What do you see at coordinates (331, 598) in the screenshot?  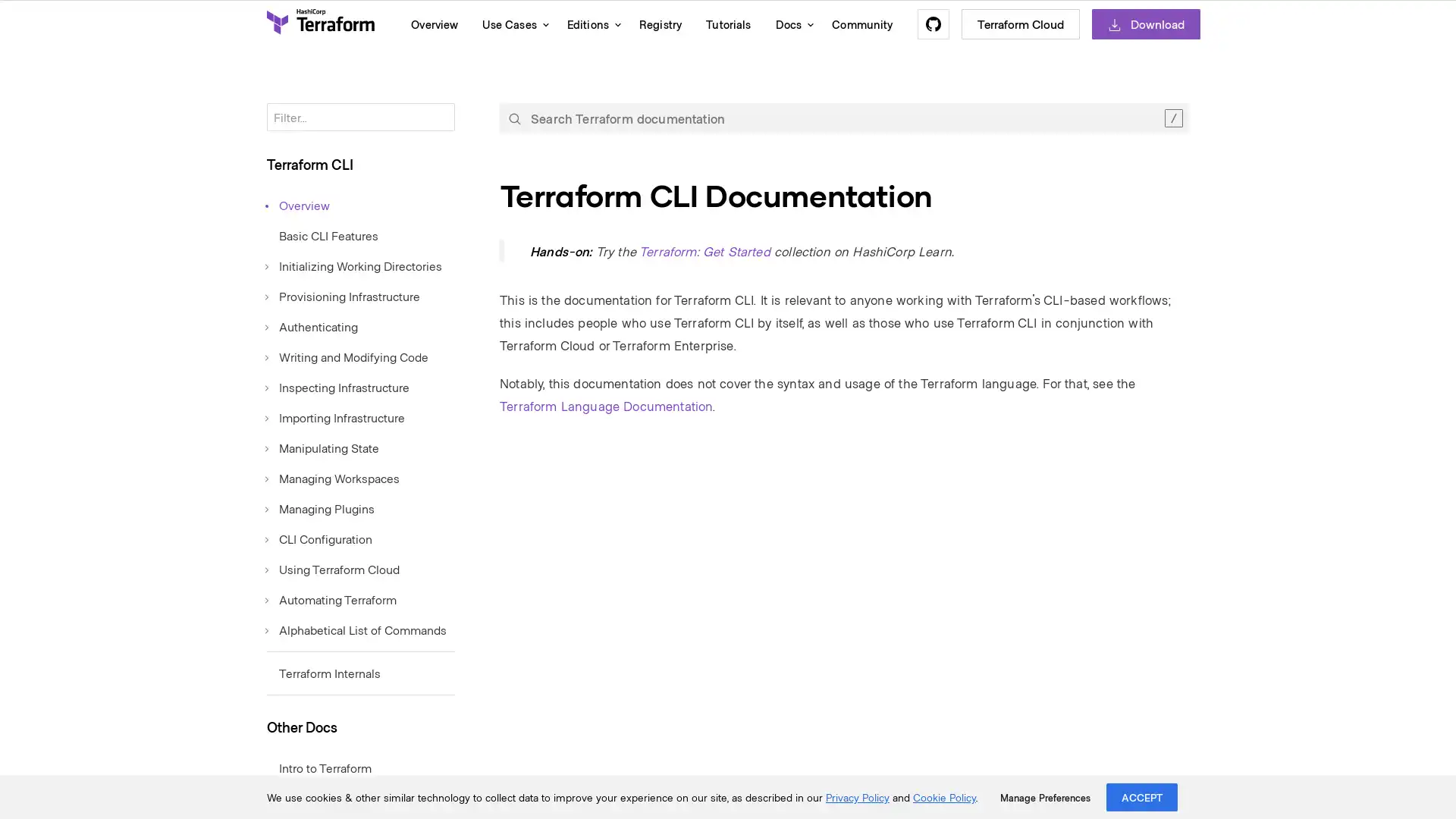 I see `Automating Terraform` at bounding box center [331, 598].